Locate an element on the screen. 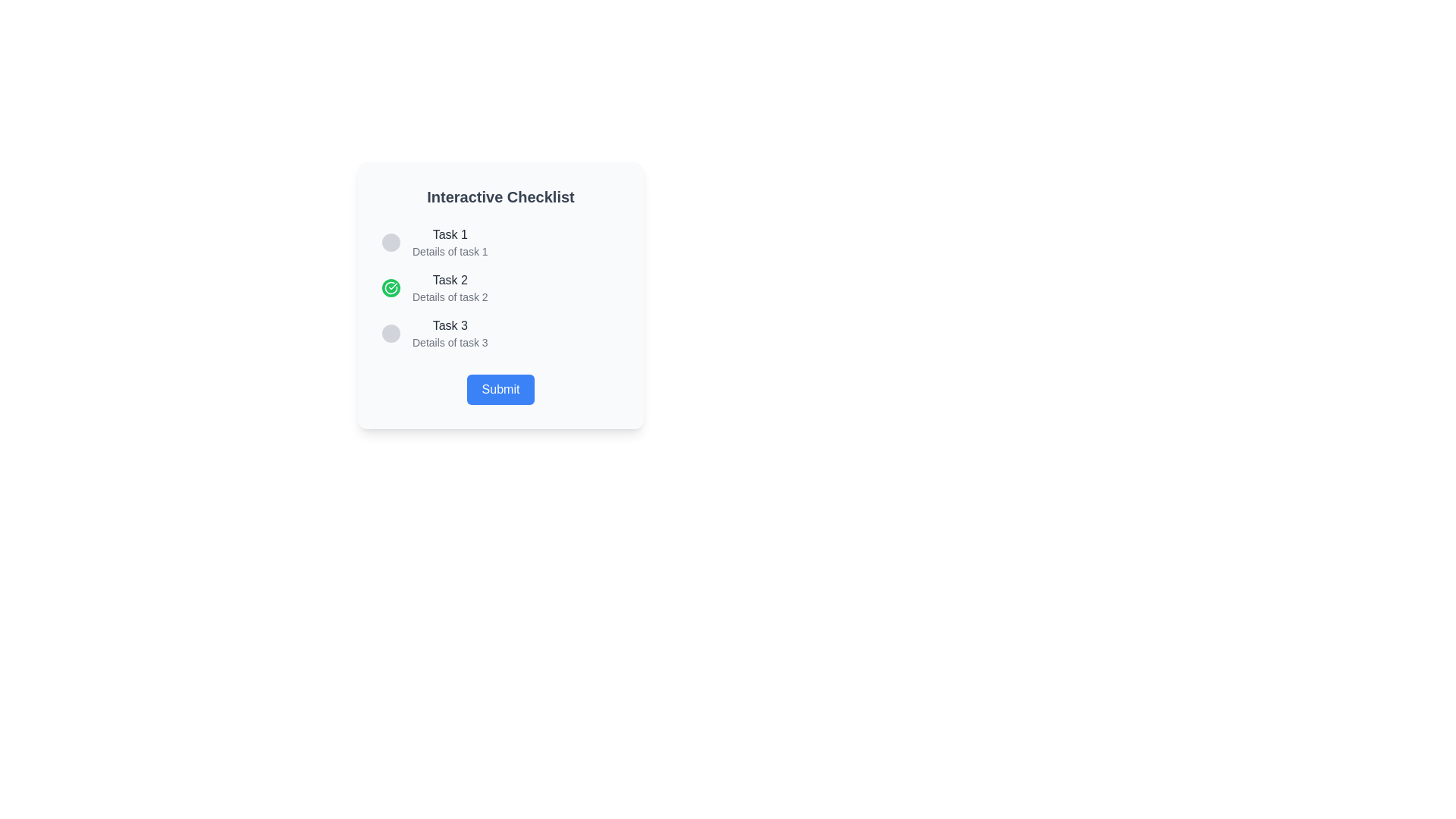 This screenshot has height=819, width=1456. the submission button located centrally below the checklist interface is located at coordinates (500, 388).